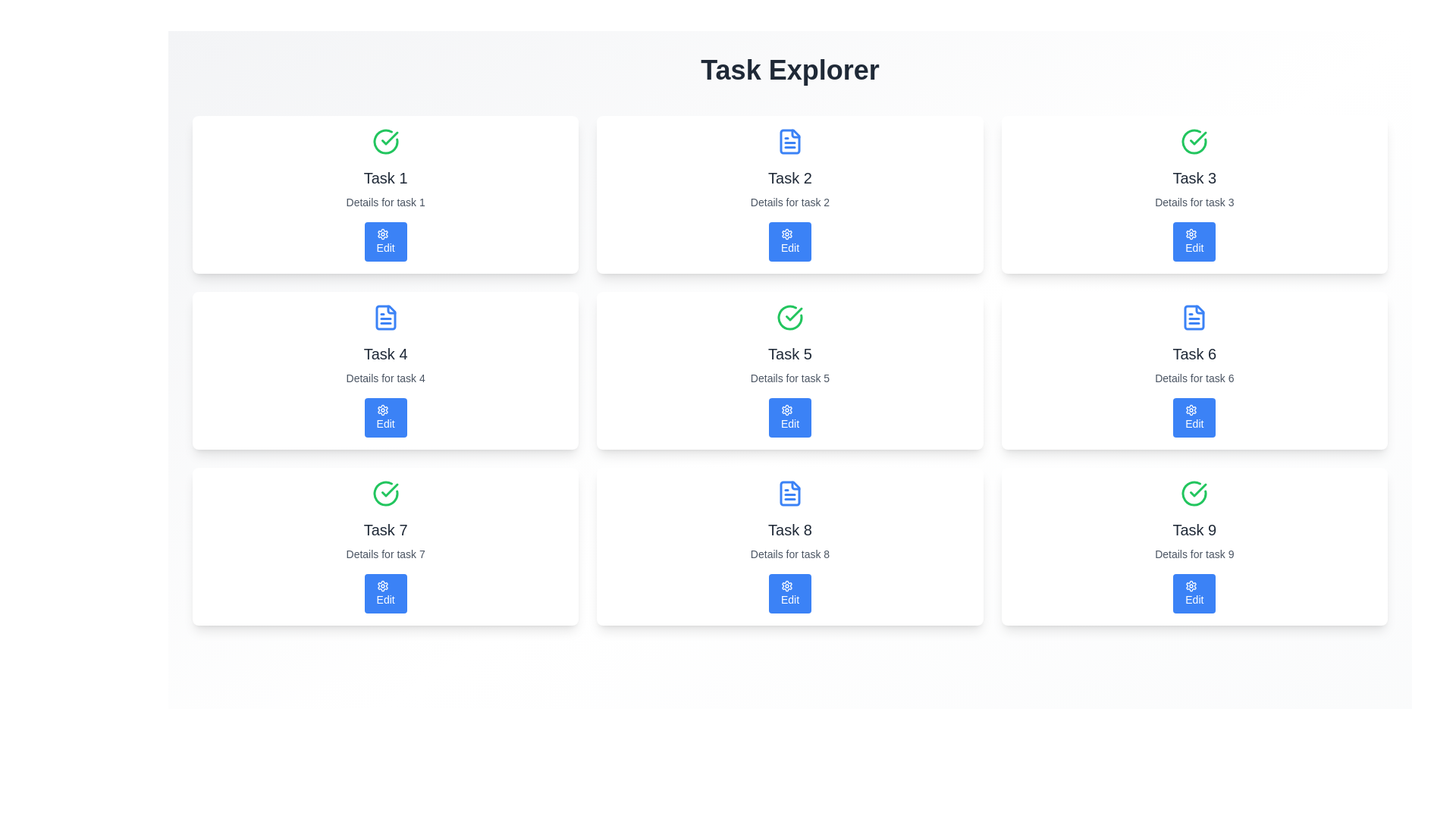  Describe the element at coordinates (786, 585) in the screenshot. I see `the decorative icon that visually represents the action associated with the 'Edit' button located in the eighth task panel of a three-by-three grid layout` at that location.